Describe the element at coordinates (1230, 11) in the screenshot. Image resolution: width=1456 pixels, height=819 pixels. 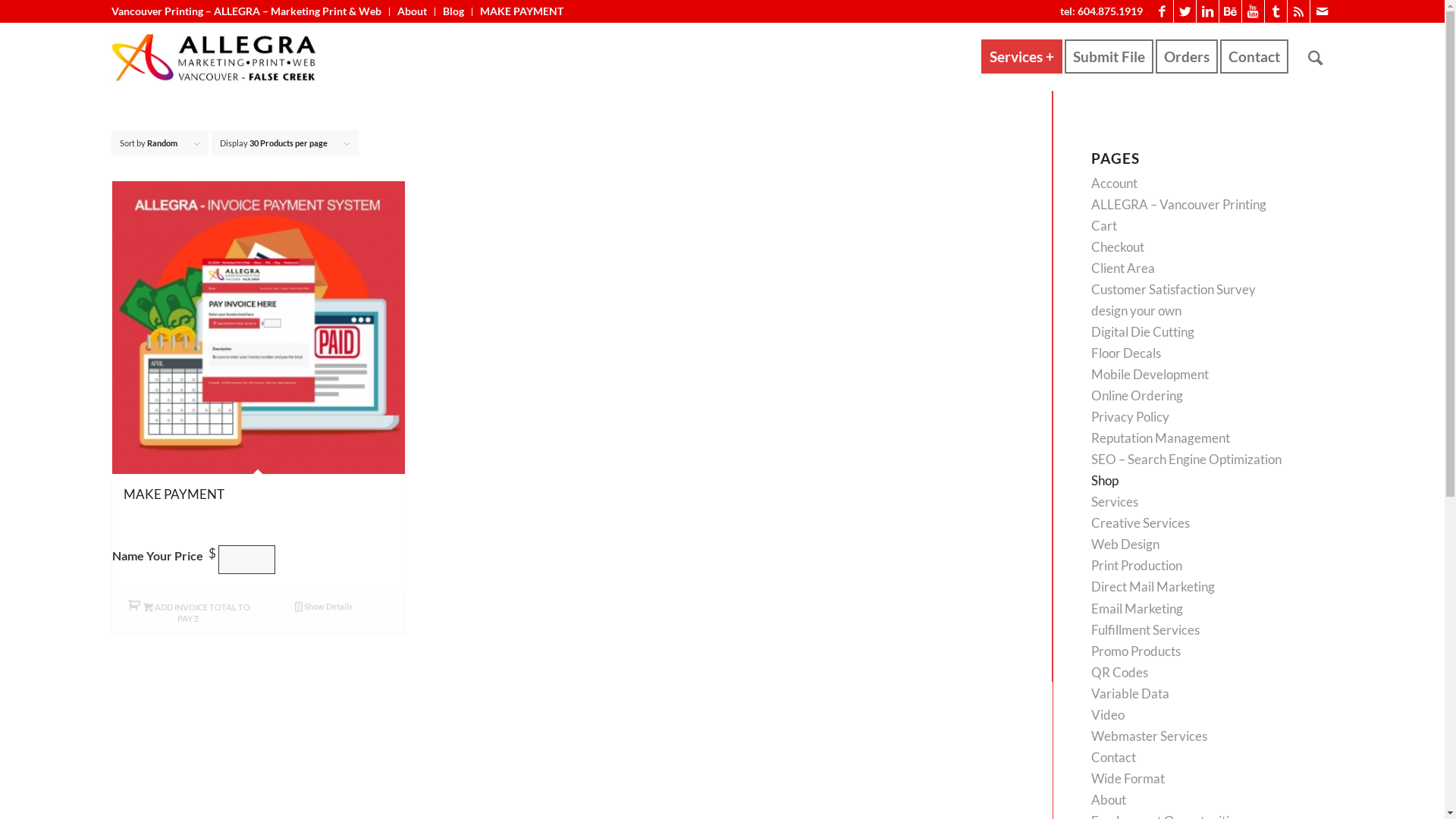
I see `'Behance'` at that location.